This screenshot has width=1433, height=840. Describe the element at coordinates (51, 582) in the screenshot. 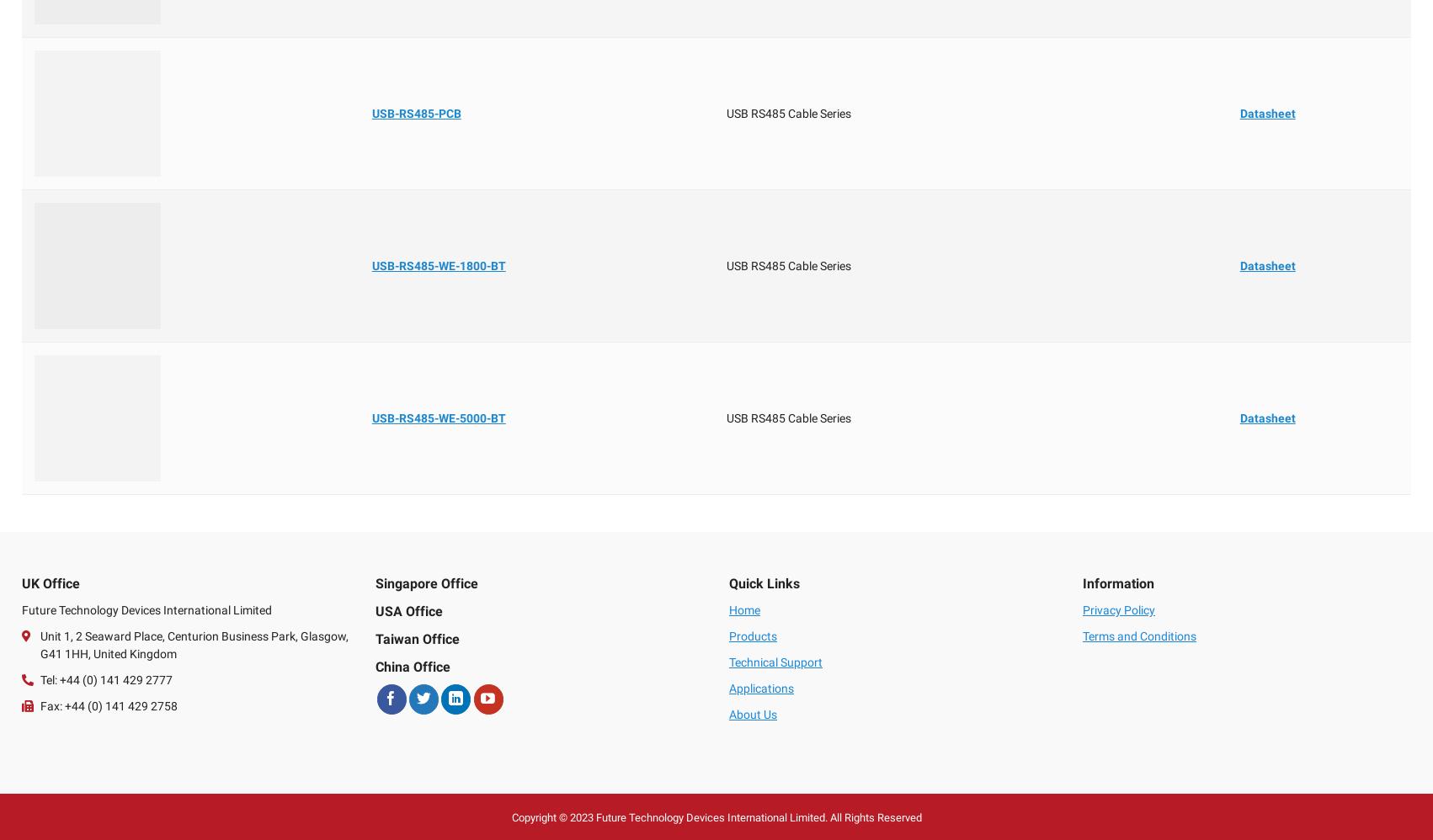

I see `'UK Office'` at that location.